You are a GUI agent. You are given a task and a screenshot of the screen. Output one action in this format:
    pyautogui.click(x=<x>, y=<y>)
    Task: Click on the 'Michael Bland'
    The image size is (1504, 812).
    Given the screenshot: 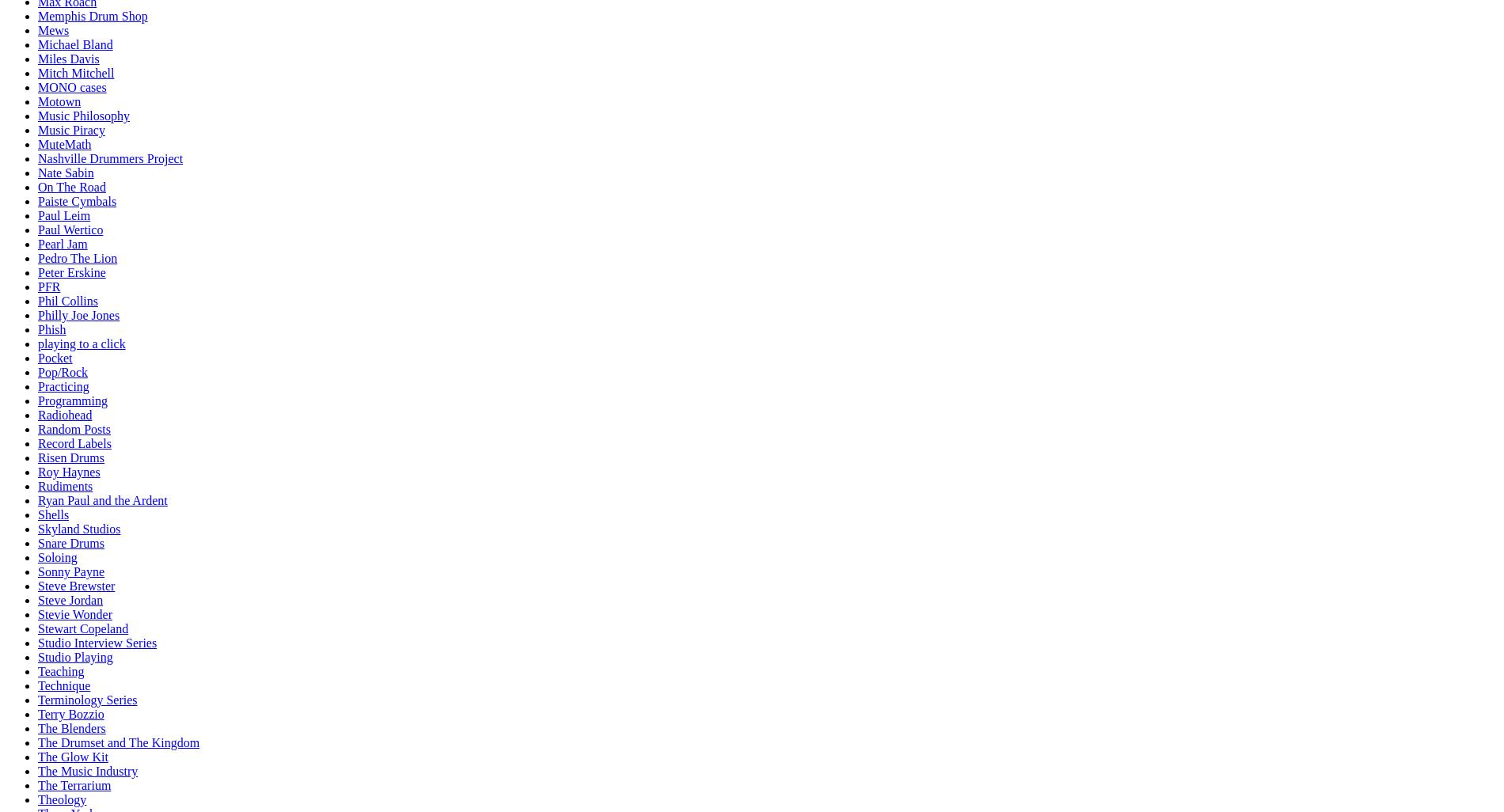 What is the action you would take?
    pyautogui.click(x=75, y=44)
    